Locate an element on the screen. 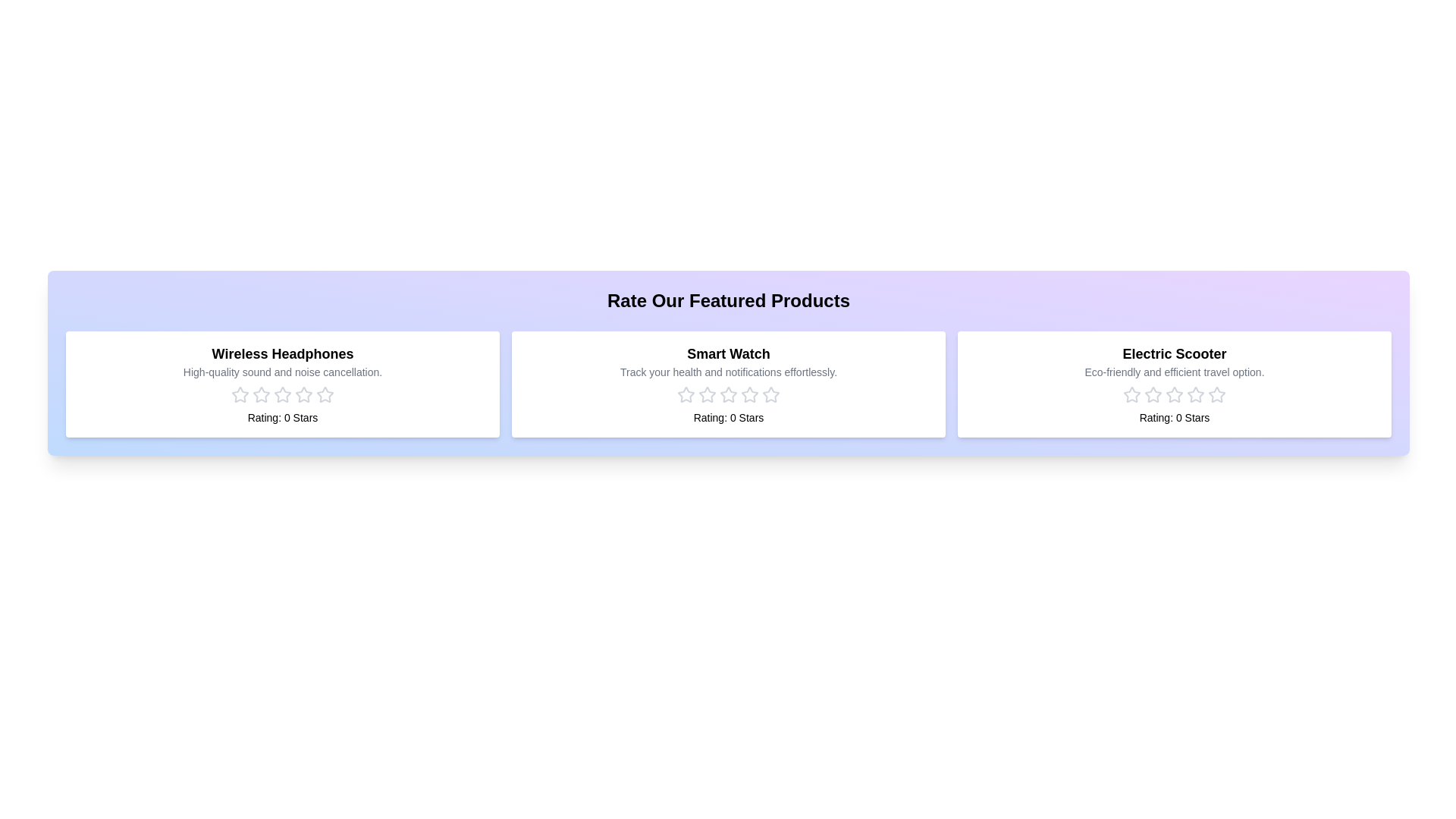 The height and width of the screenshot is (819, 1456). the rating for the product 'Wireless Headphones' to 4 stars by clicking on the corresponding star is located at coordinates (303, 394).